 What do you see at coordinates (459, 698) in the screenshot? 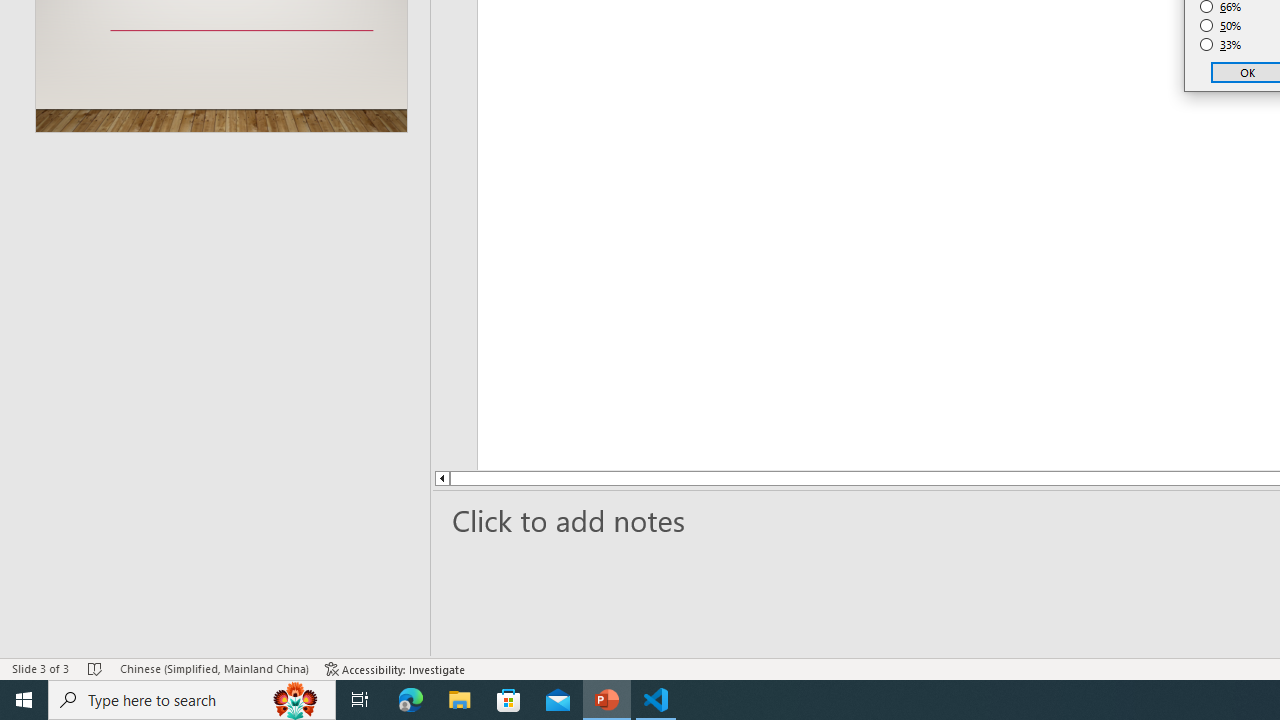
I see `'File Explorer'` at bounding box center [459, 698].